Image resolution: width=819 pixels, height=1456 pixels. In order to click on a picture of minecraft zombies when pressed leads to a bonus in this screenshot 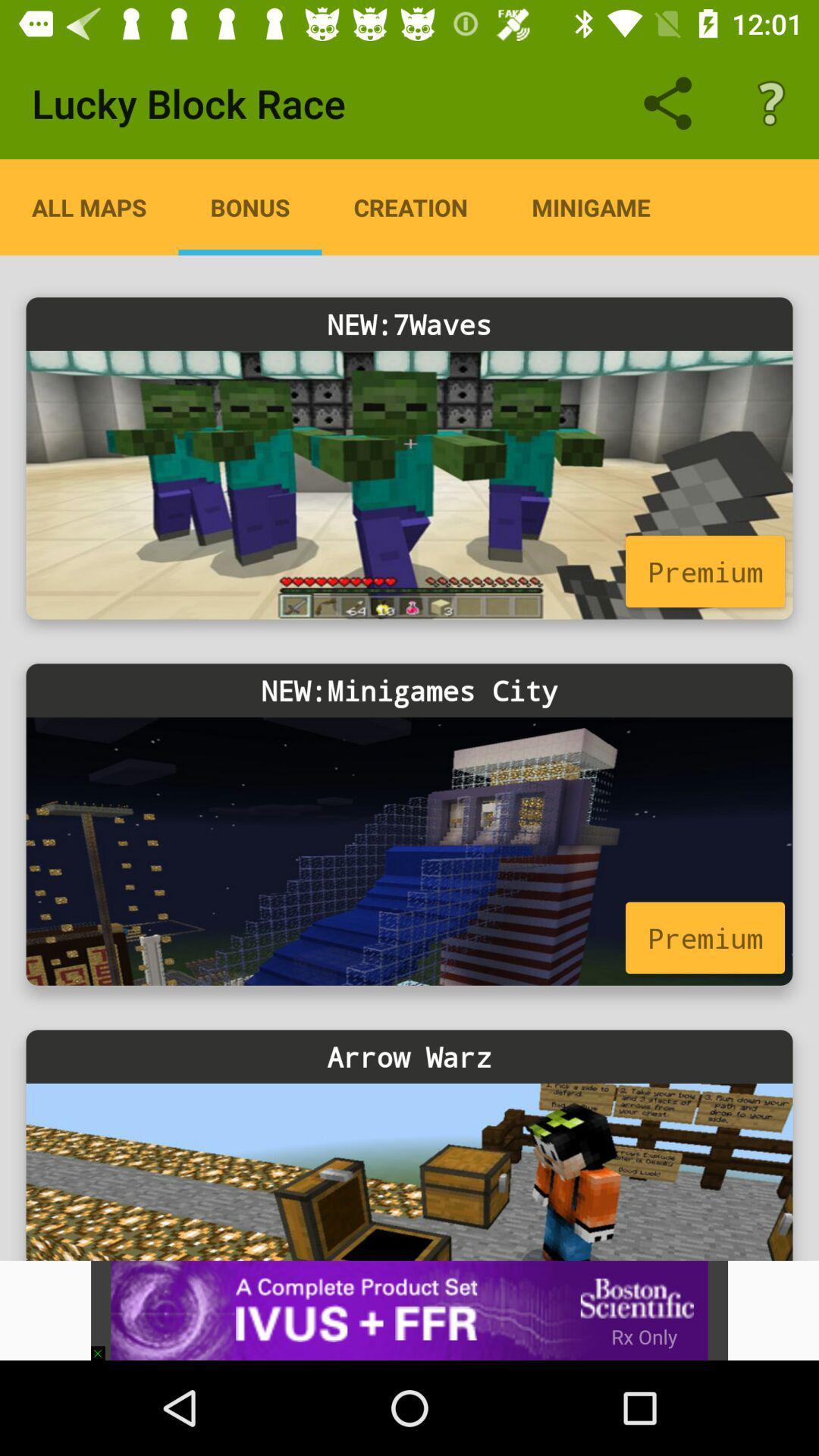, I will do `click(409, 484)`.